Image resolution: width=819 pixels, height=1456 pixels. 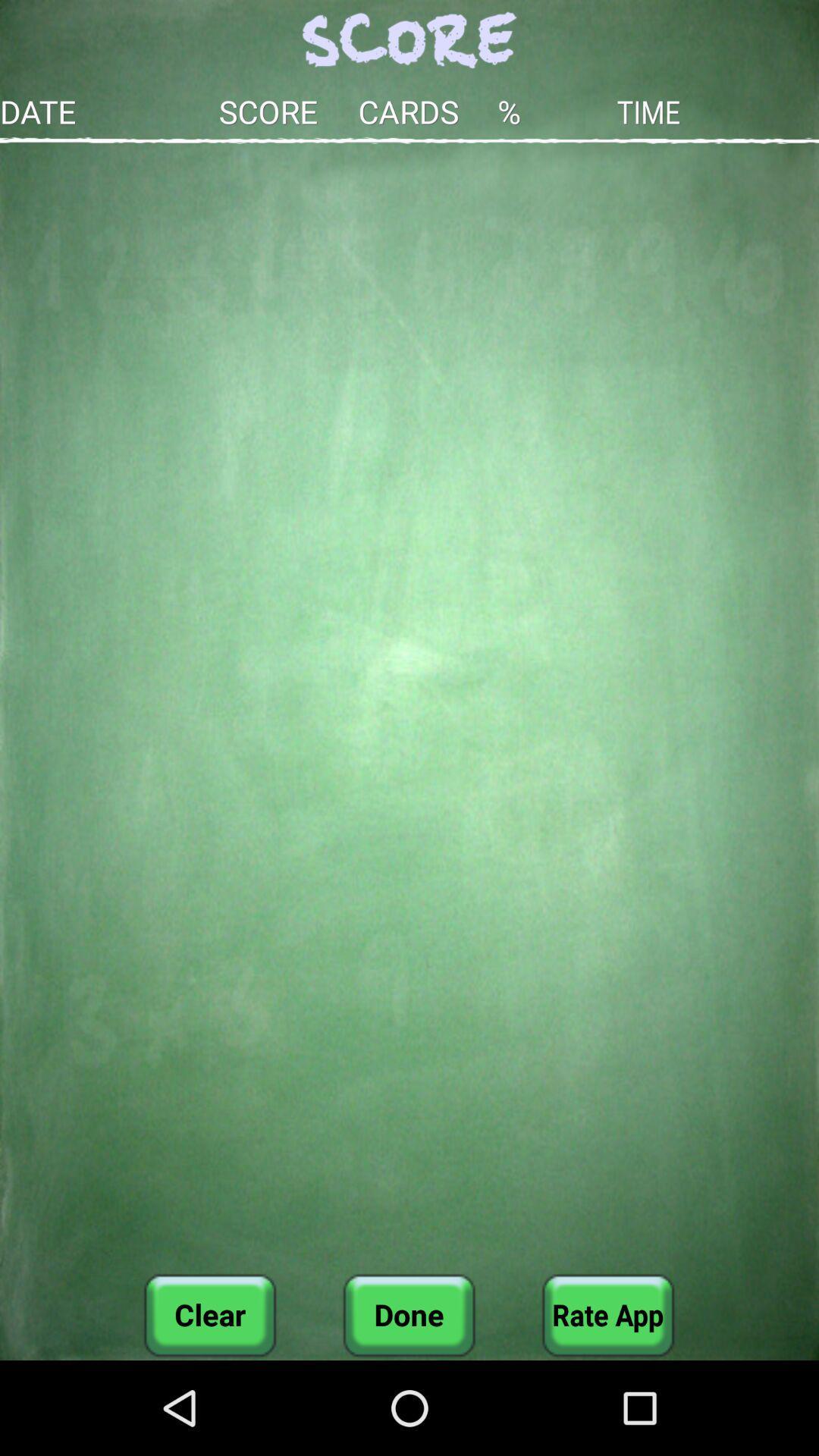 What do you see at coordinates (408, 1314) in the screenshot?
I see `button to the right of the clear item` at bounding box center [408, 1314].